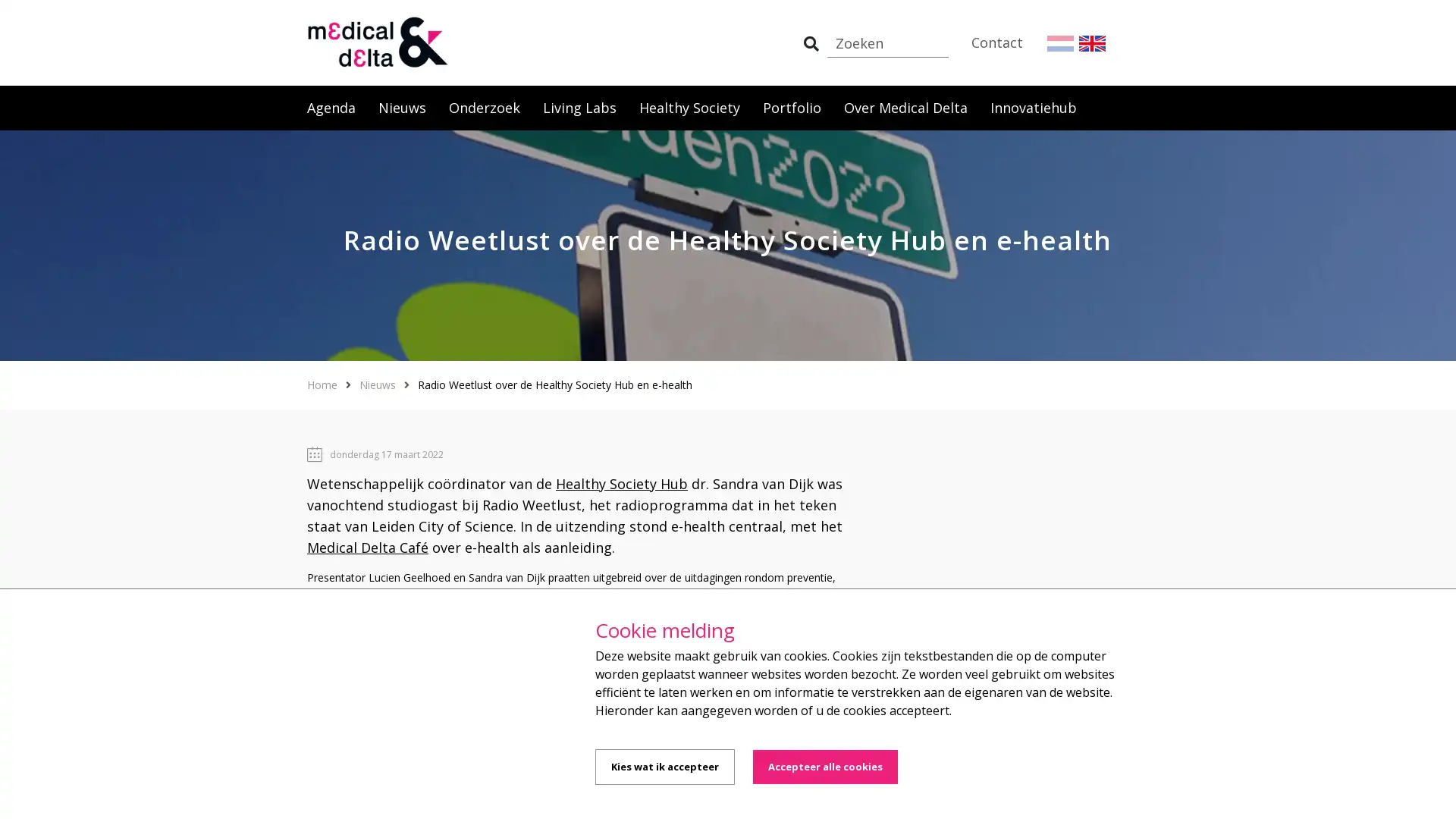 Image resolution: width=1456 pixels, height=819 pixels. I want to click on Accepteer alle cookies, so click(824, 767).